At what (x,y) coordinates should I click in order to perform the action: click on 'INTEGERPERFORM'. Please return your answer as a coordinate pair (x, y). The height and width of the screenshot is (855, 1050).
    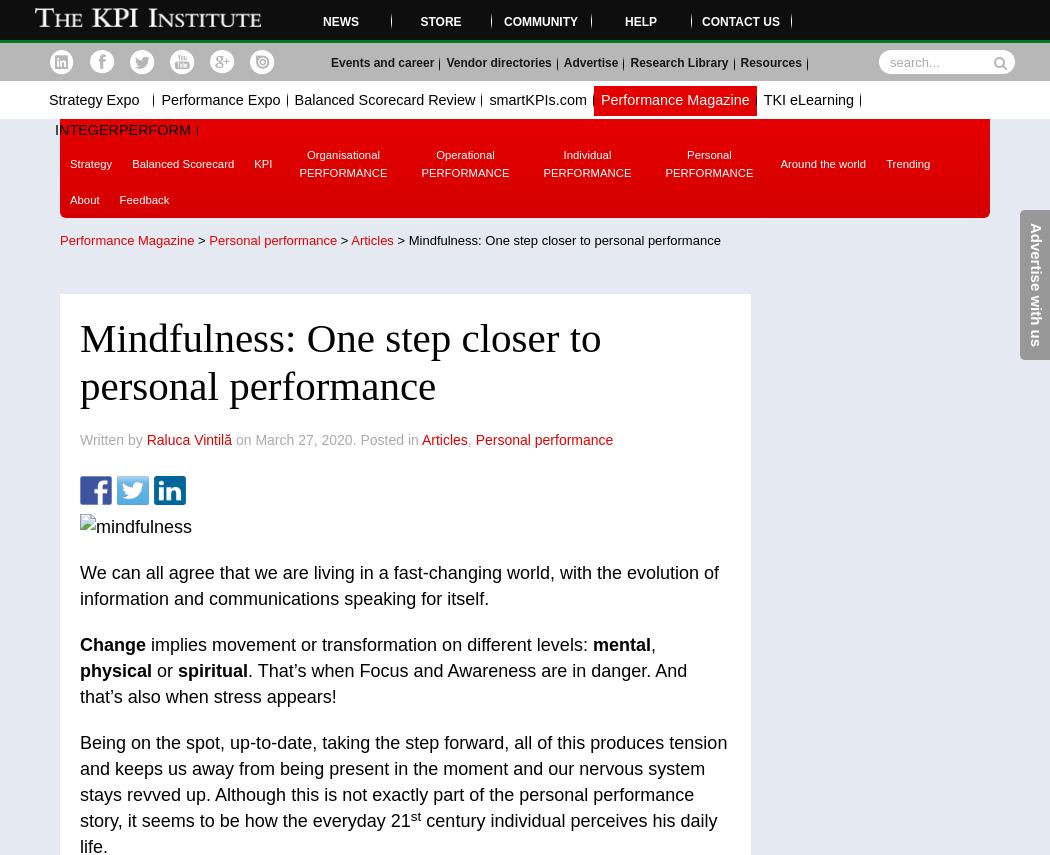
    Looking at the image, I should click on (121, 128).